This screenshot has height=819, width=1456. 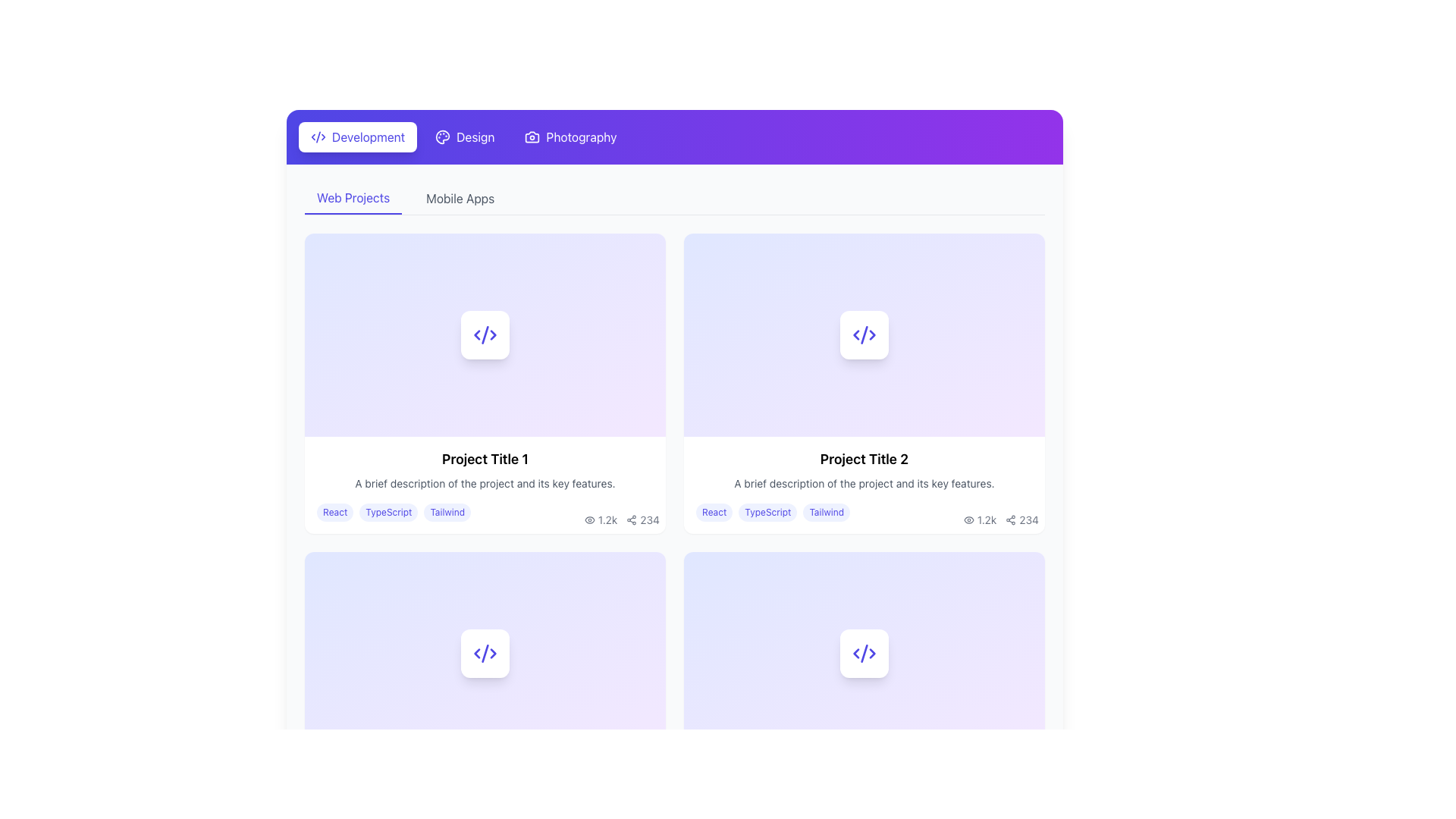 I want to click on the 'Photography' text label, which is styled in white on a purple background and is part of the navigation bar, so click(x=581, y=137).